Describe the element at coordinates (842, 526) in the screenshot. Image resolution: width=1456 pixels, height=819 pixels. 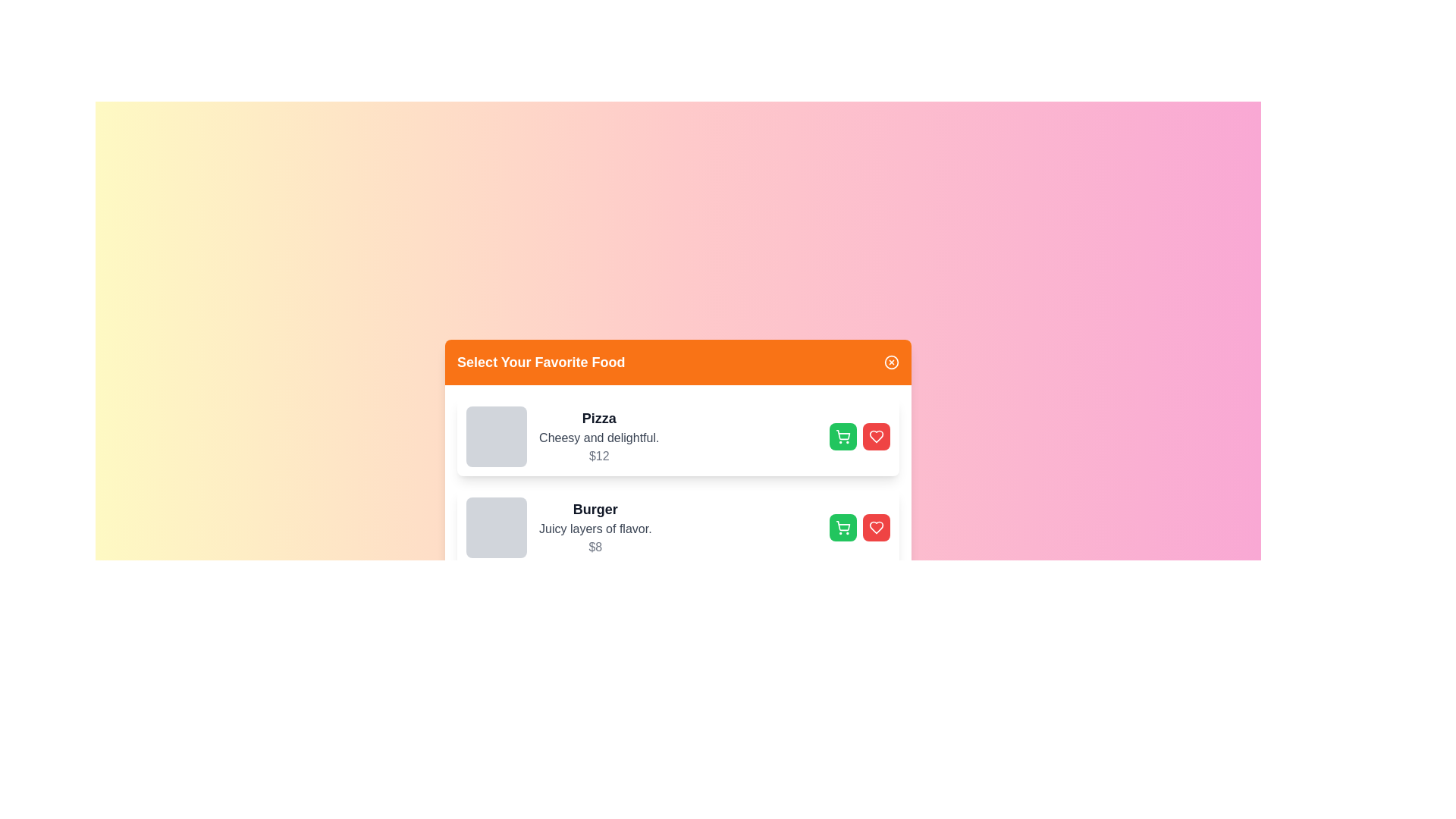
I see `green button to add the selected food item to the cart. The food item can be specified as Burger` at that location.